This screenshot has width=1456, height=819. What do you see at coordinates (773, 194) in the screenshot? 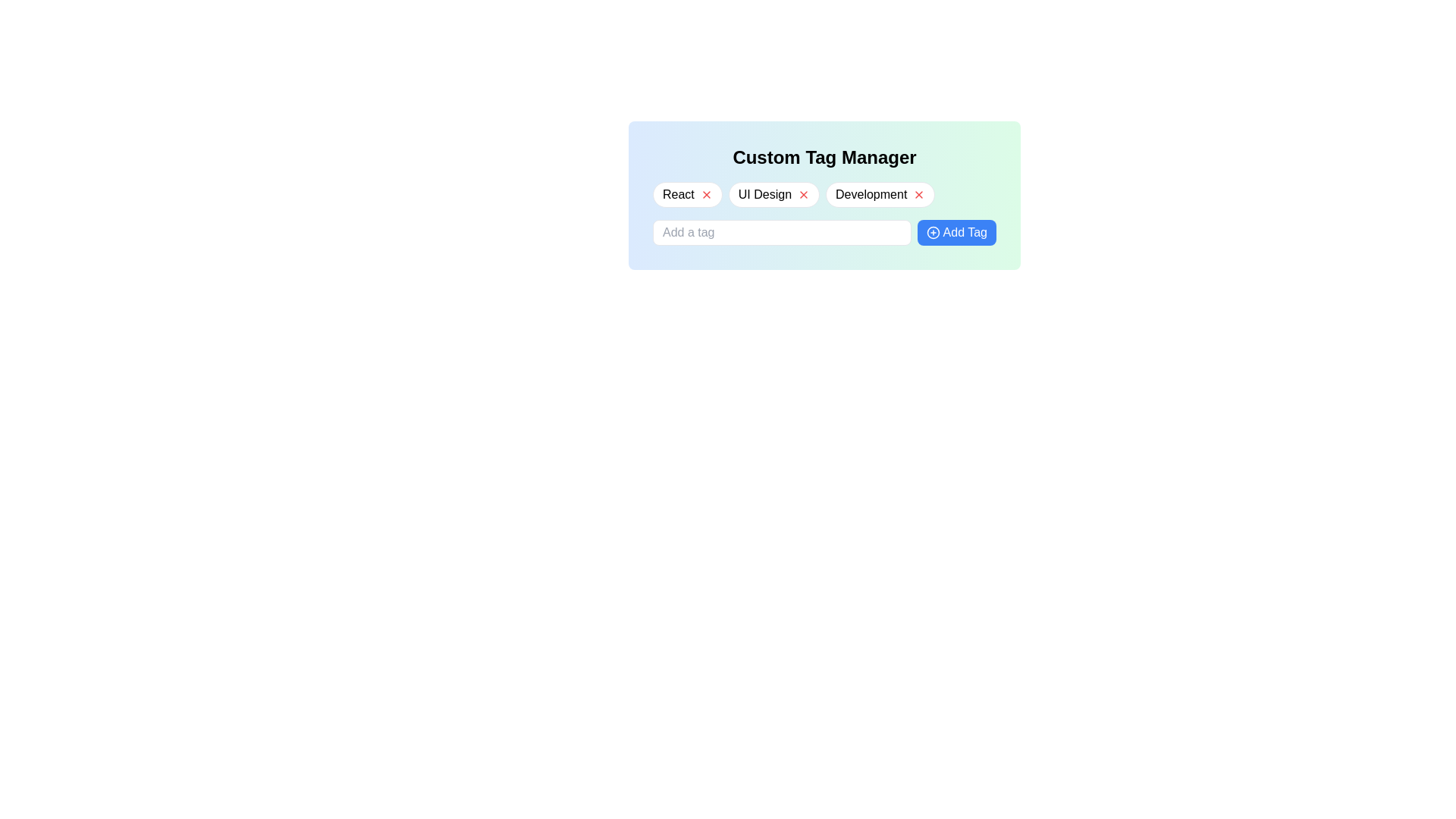
I see `the tag labeled 'UI Design' that features a small red 'x' icon for potential highlighting effects` at bounding box center [773, 194].